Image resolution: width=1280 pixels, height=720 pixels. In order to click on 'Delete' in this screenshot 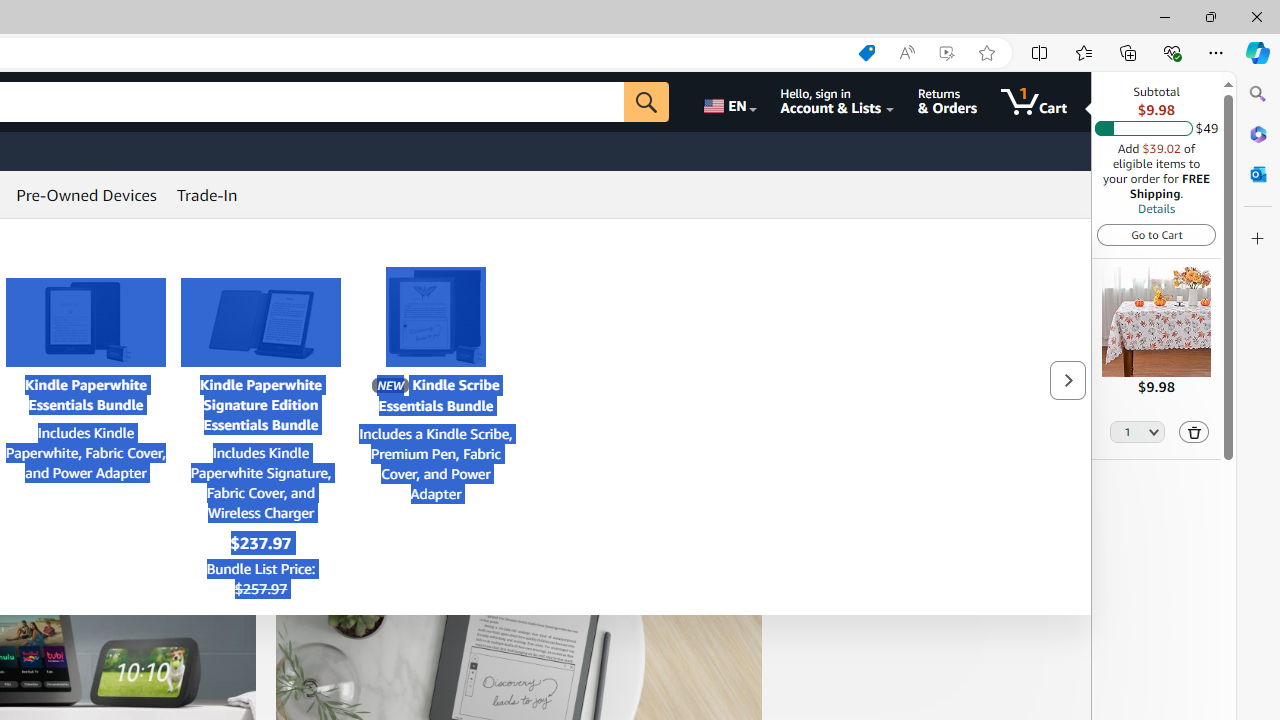, I will do `click(1194, 430)`.